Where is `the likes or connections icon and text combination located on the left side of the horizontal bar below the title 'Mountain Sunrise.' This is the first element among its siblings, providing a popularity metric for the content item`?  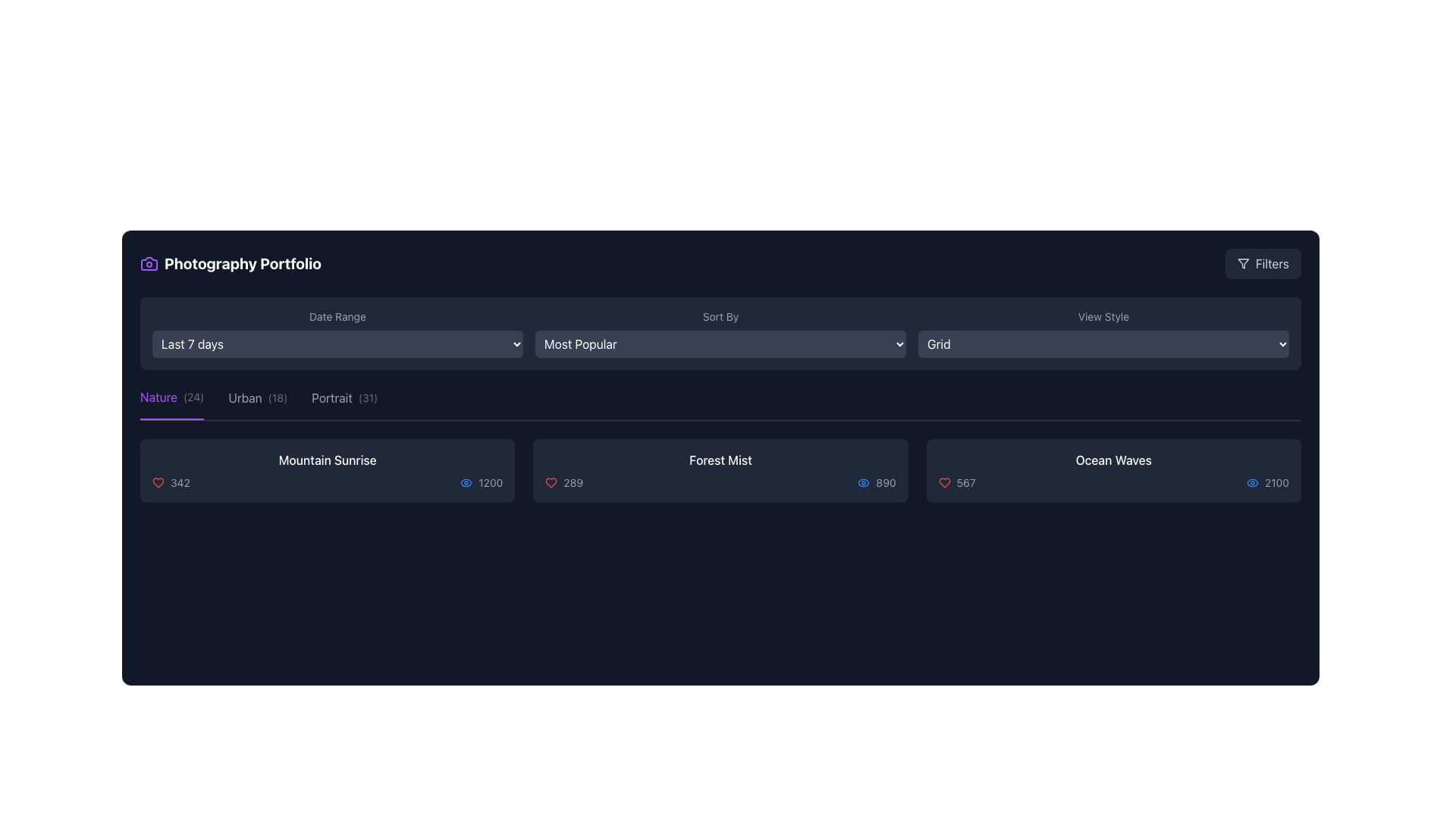 the likes or connections icon and text combination located on the left side of the horizontal bar below the title 'Mountain Sunrise.' This is the first element among its siblings, providing a popularity metric for the content item is located at coordinates (171, 482).